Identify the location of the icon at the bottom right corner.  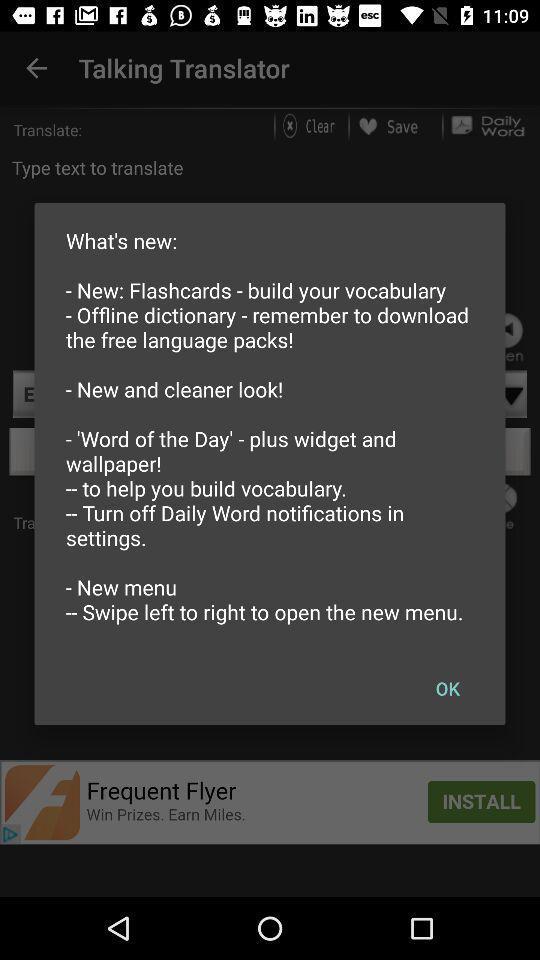
(447, 688).